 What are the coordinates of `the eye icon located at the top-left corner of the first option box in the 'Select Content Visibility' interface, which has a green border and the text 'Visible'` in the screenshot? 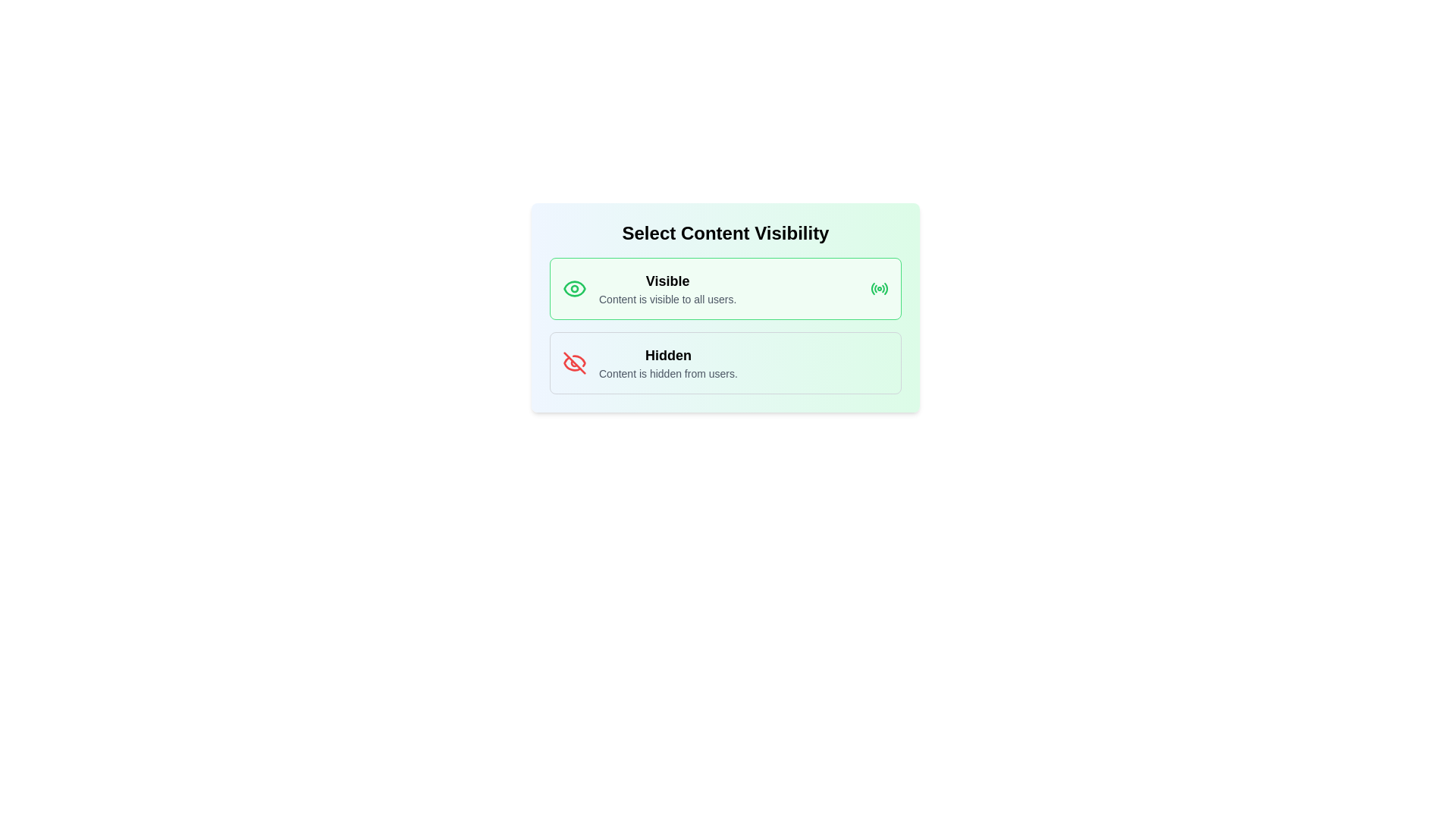 It's located at (574, 289).